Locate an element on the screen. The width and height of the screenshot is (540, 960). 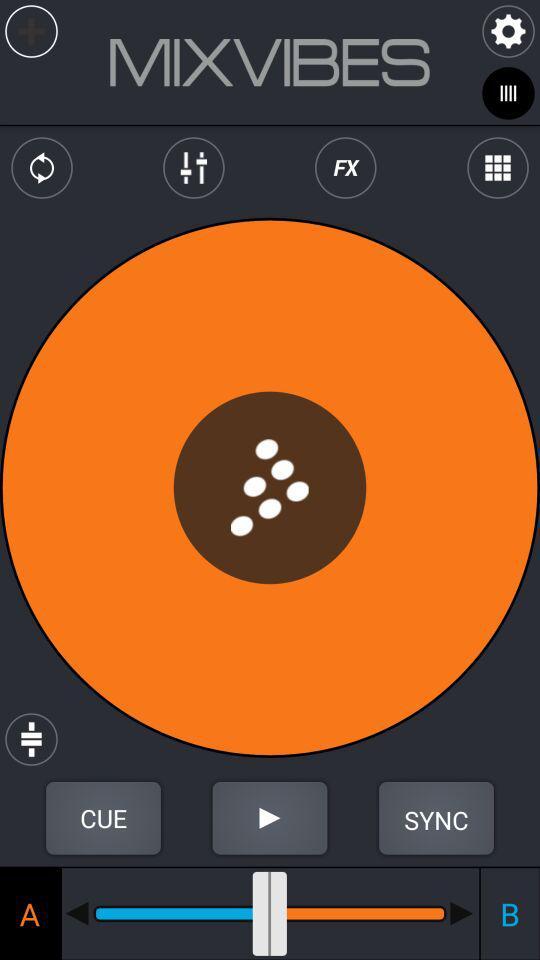
volume options is located at coordinates (193, 167).